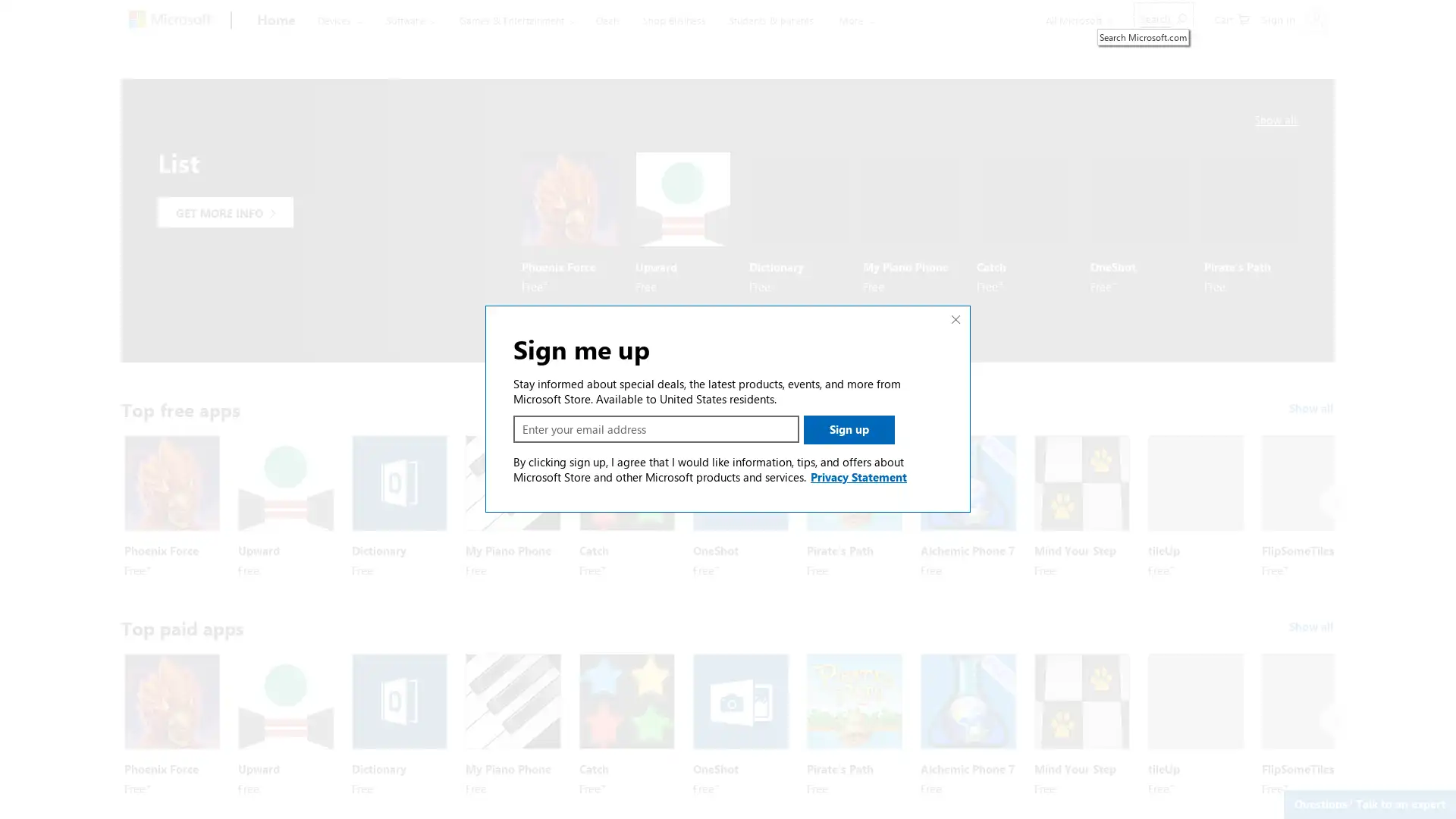  Describe the element at coordinates (848, 430) in the screenshot. I see `Sign up` at that location.